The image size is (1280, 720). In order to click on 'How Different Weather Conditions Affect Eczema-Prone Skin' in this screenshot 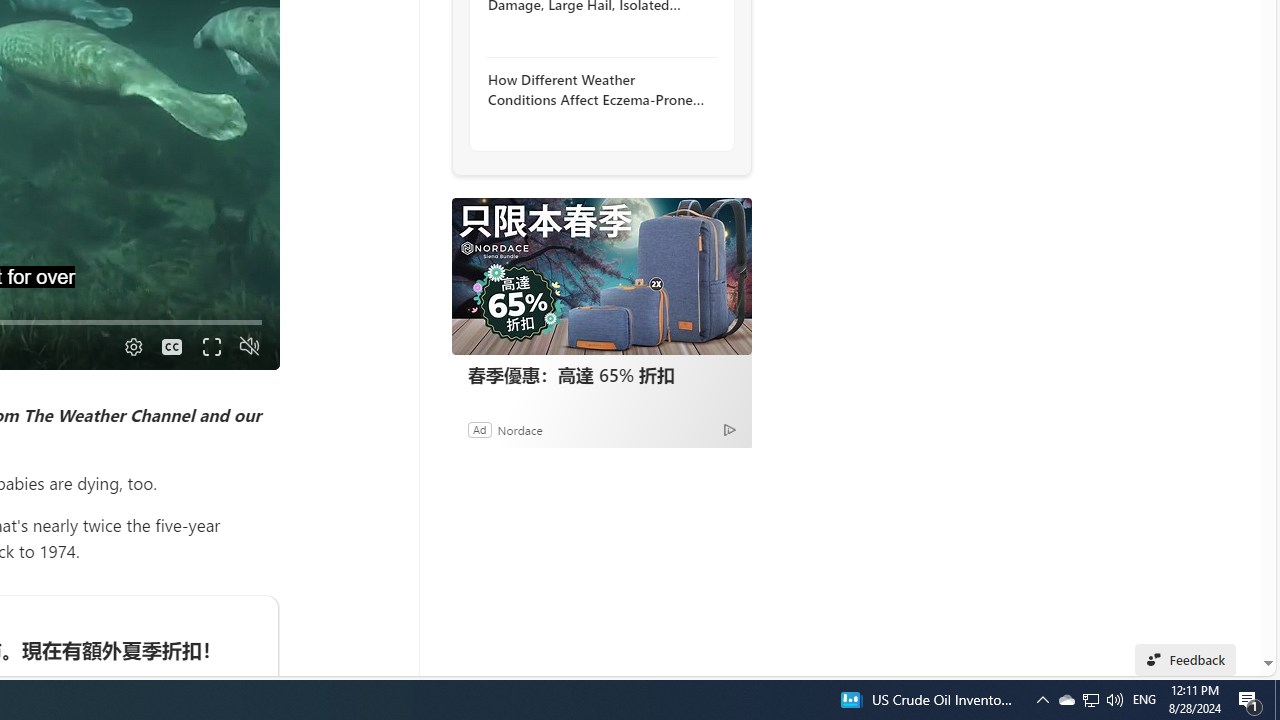, I will do `click(595, 88)`.